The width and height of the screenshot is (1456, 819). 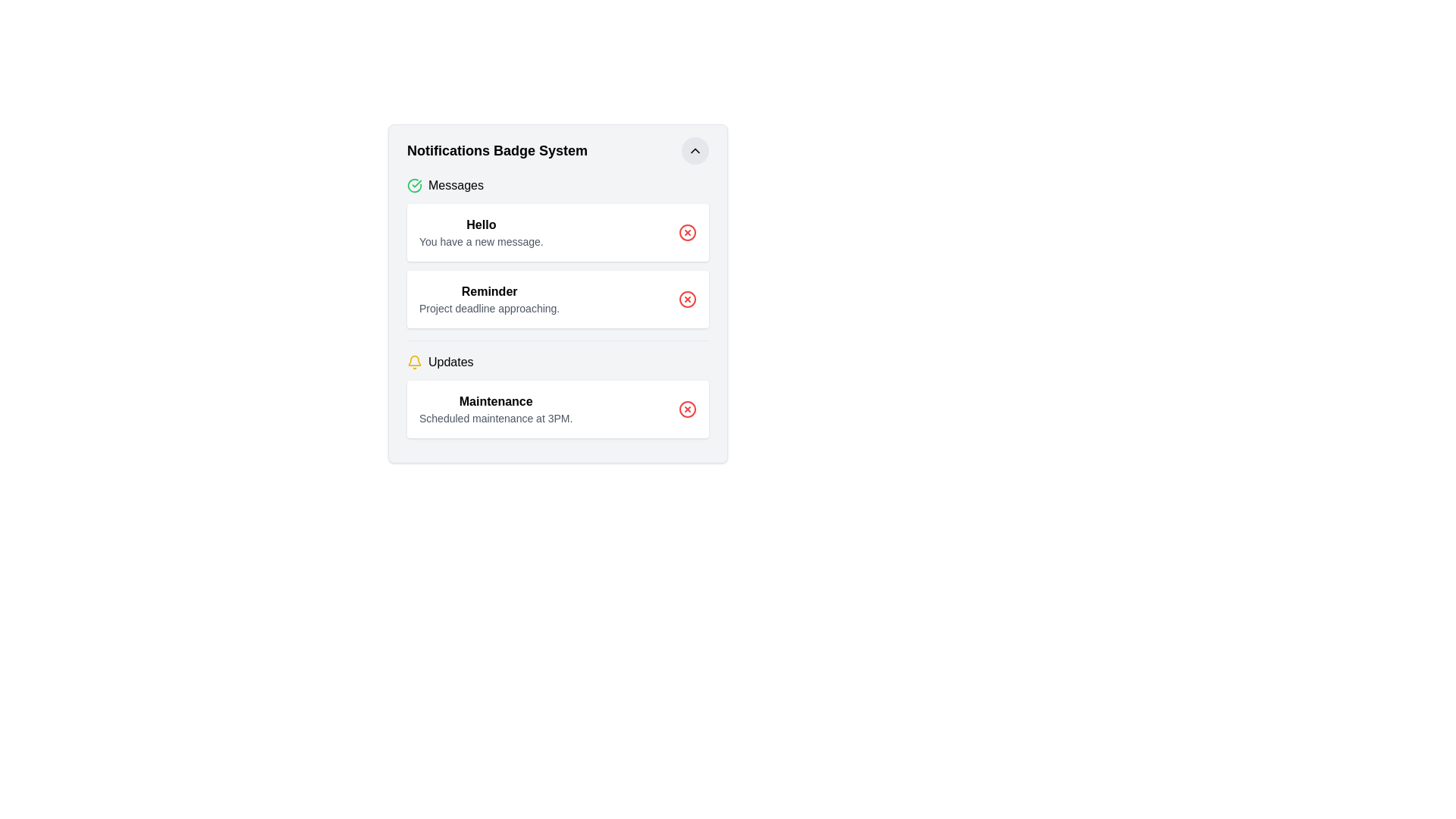 I want to click on the circular component with a red border that is part of the 'X' icon next to the 'Reminder' notification in the 'Messages' section, so click(x=687, y=299).